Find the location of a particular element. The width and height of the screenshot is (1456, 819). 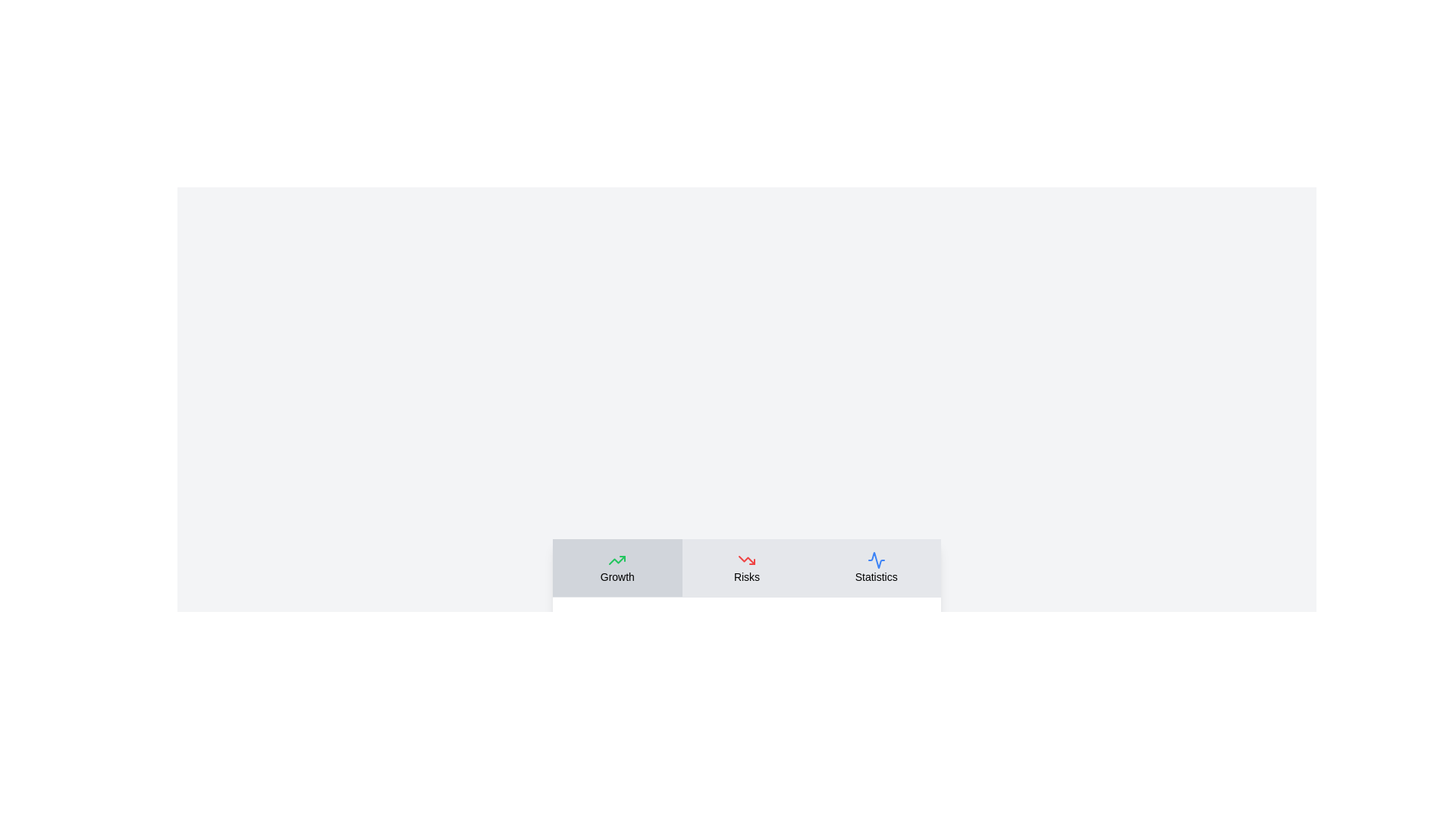

the tab labeled Statistics is located at coordinates (876, 567).